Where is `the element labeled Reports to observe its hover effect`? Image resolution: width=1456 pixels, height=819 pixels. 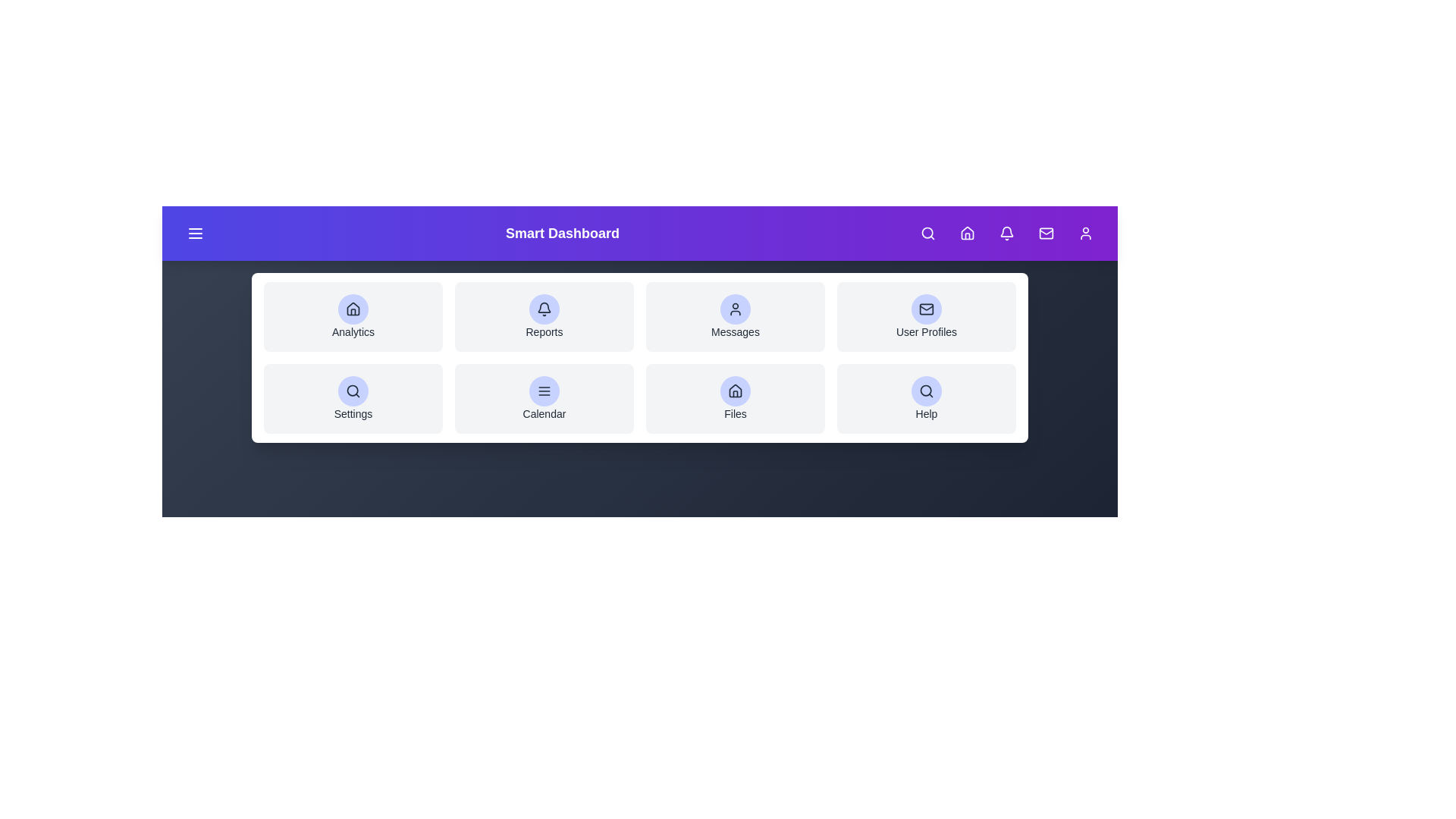 the element labeled Reports to observe its hover effect is located at coordinates (544, 315).